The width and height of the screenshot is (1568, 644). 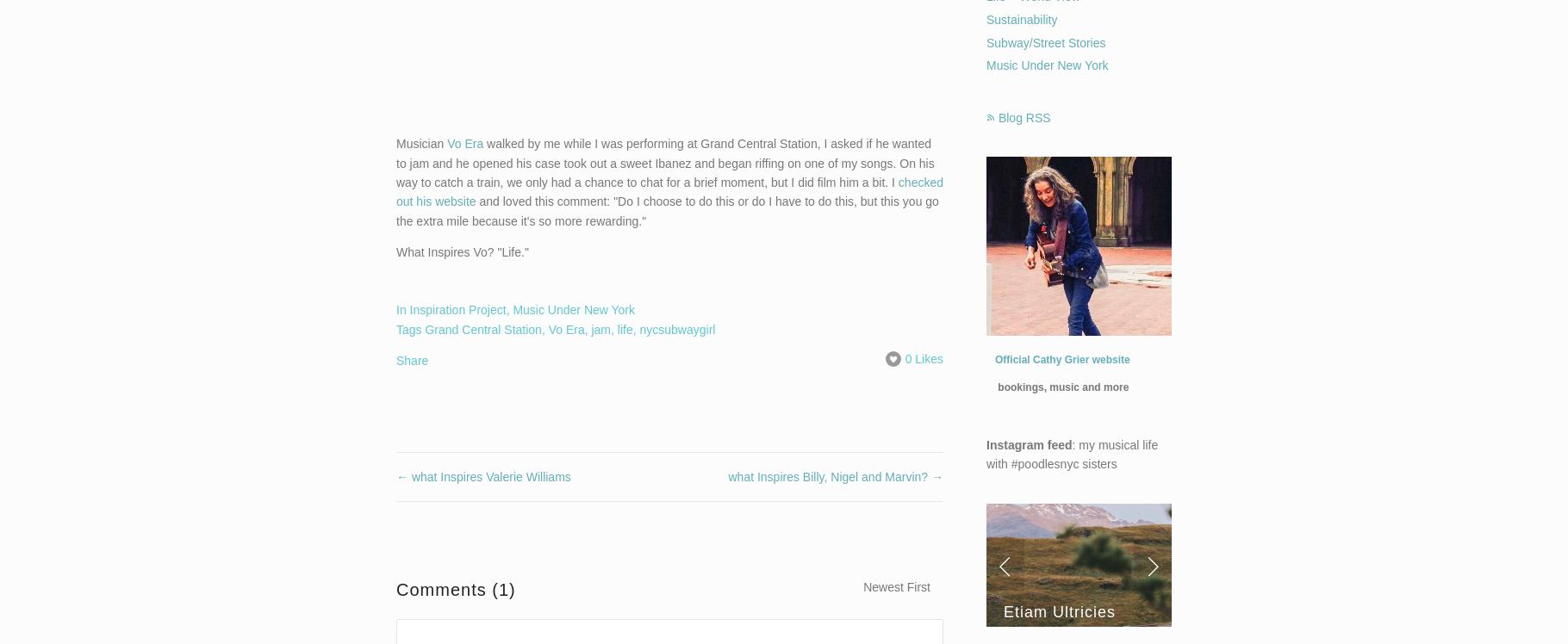 I want to click on 'checked out his website', so click(x=669, y=191).